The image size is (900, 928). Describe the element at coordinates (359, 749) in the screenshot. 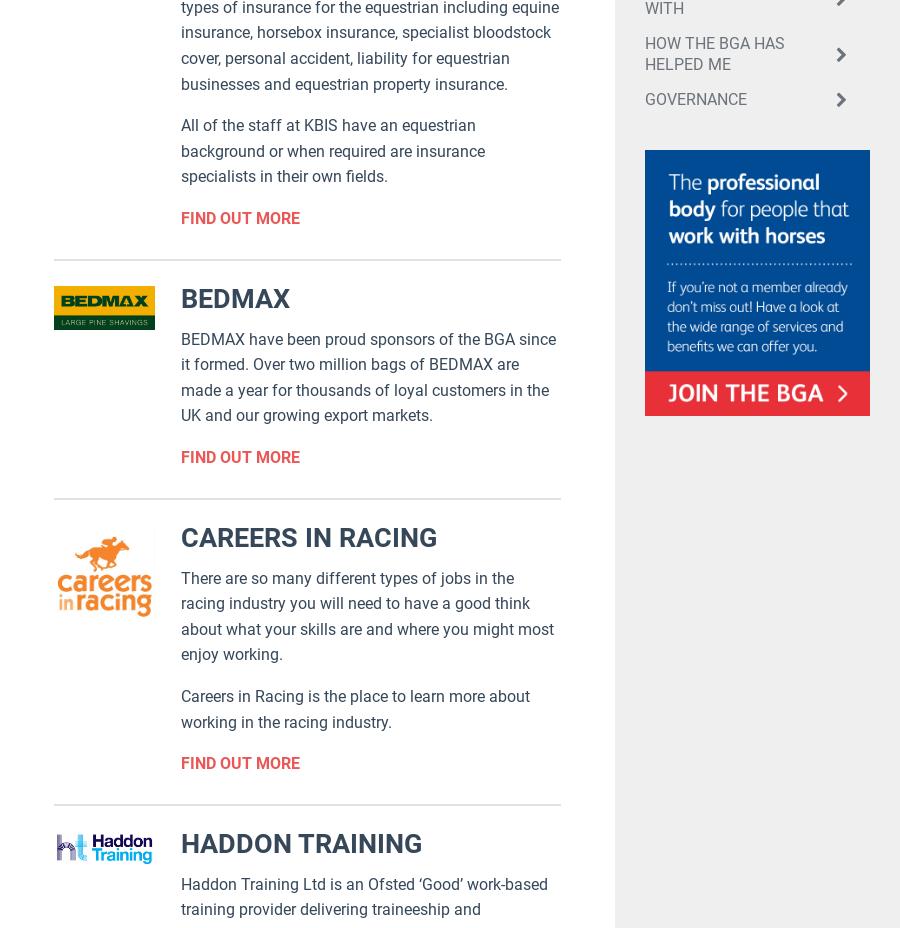

I see `'Contact'` at that location.